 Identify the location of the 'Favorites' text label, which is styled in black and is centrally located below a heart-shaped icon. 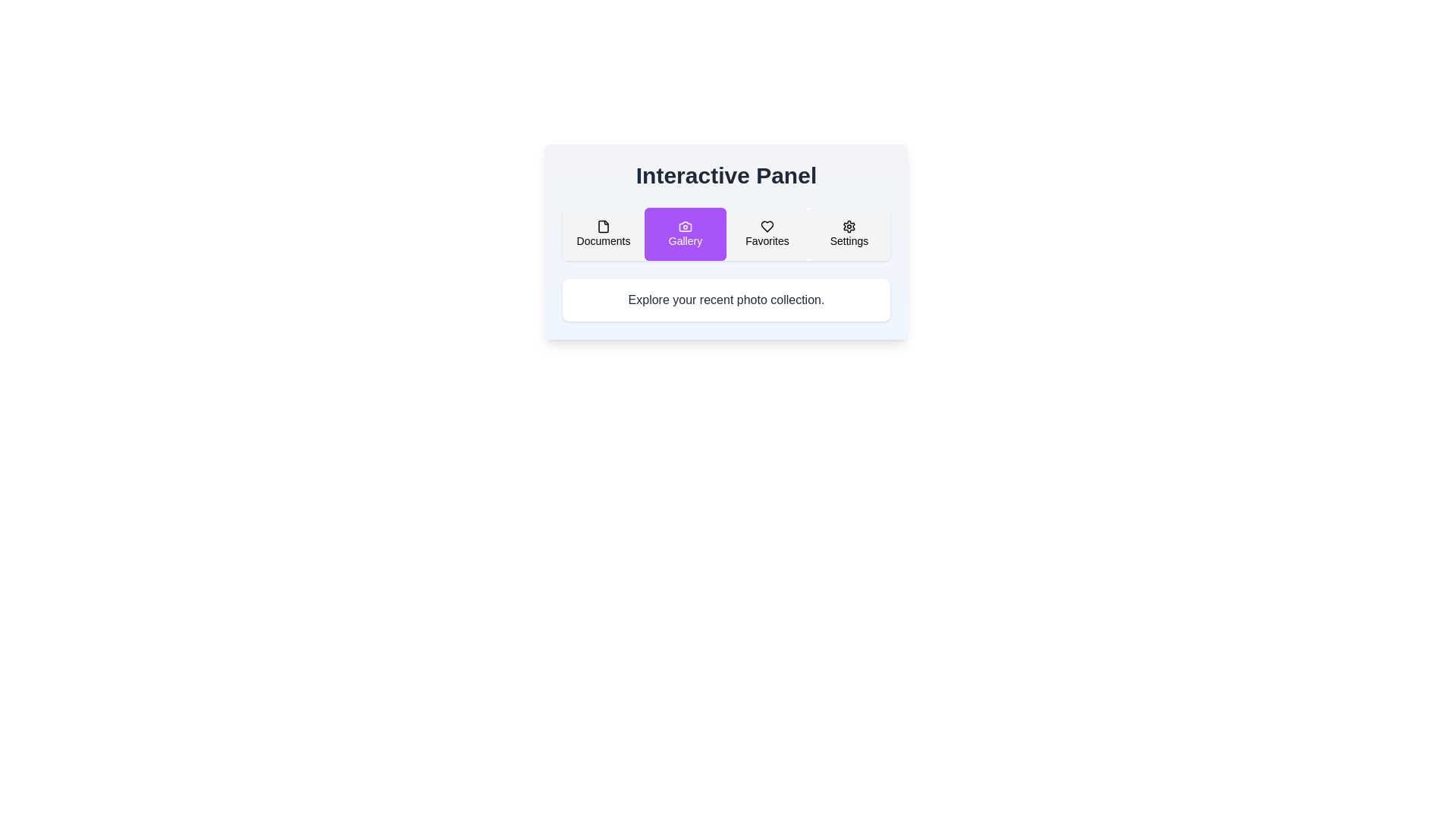
(767, 240).